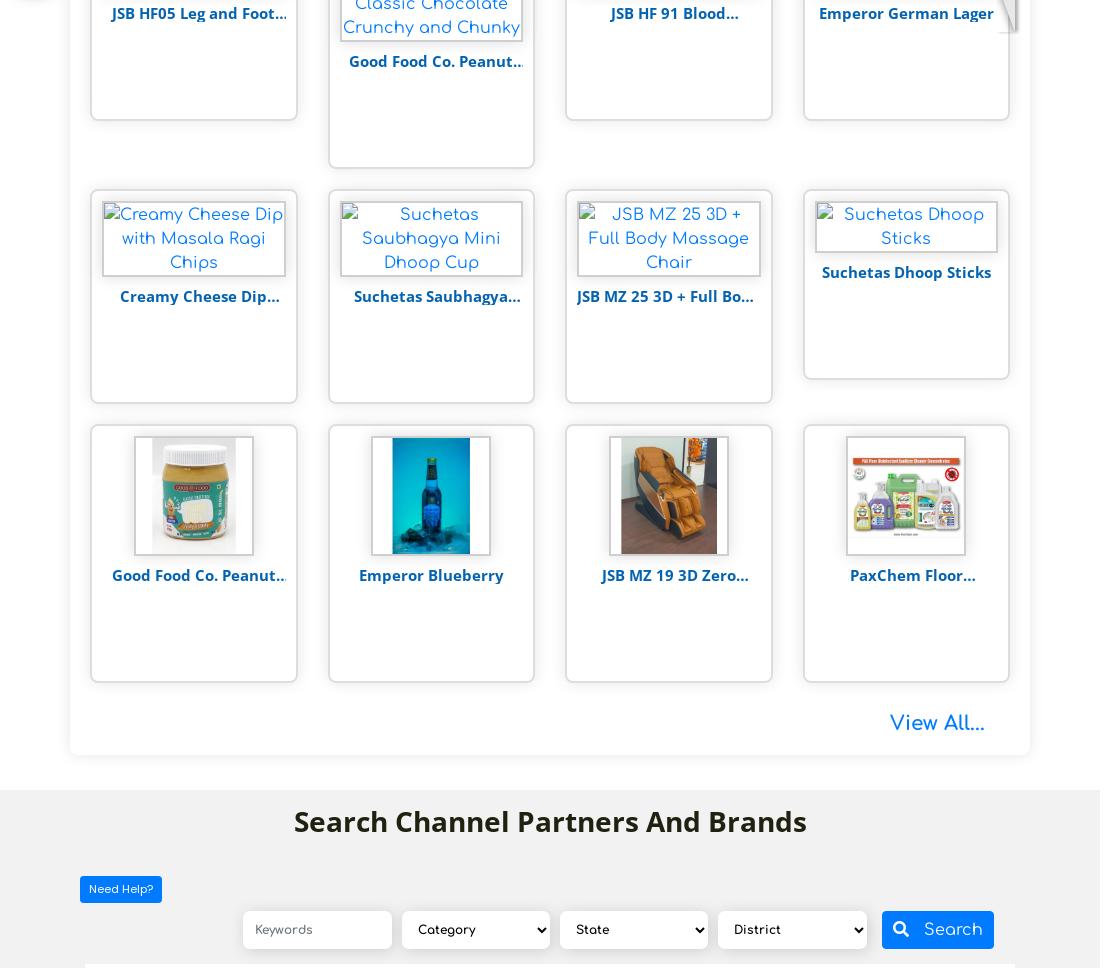  I want to click on 'JSB MZ 19 3D Zero Gravity Massage Chair', so click(667, 583).